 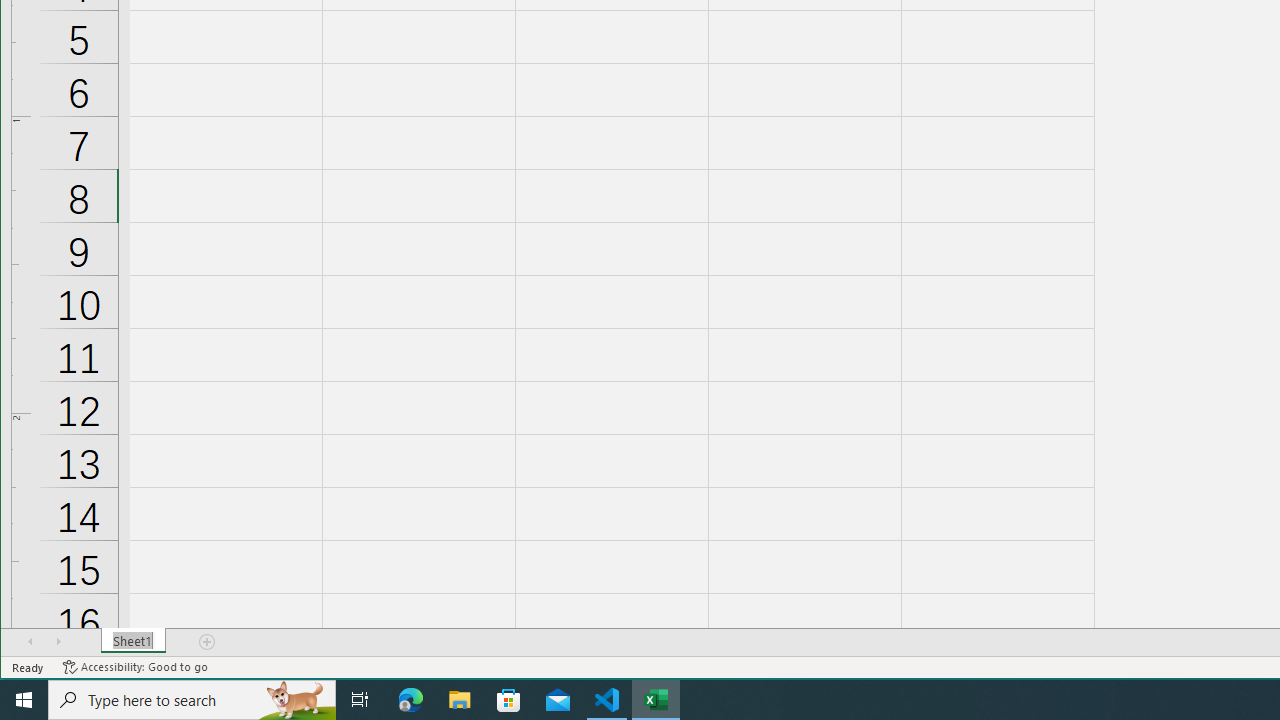 What do you see at coordinates (509, 698) in the screenshot?
I see `'Microsoft Store'` at bounding box center [509, 698].